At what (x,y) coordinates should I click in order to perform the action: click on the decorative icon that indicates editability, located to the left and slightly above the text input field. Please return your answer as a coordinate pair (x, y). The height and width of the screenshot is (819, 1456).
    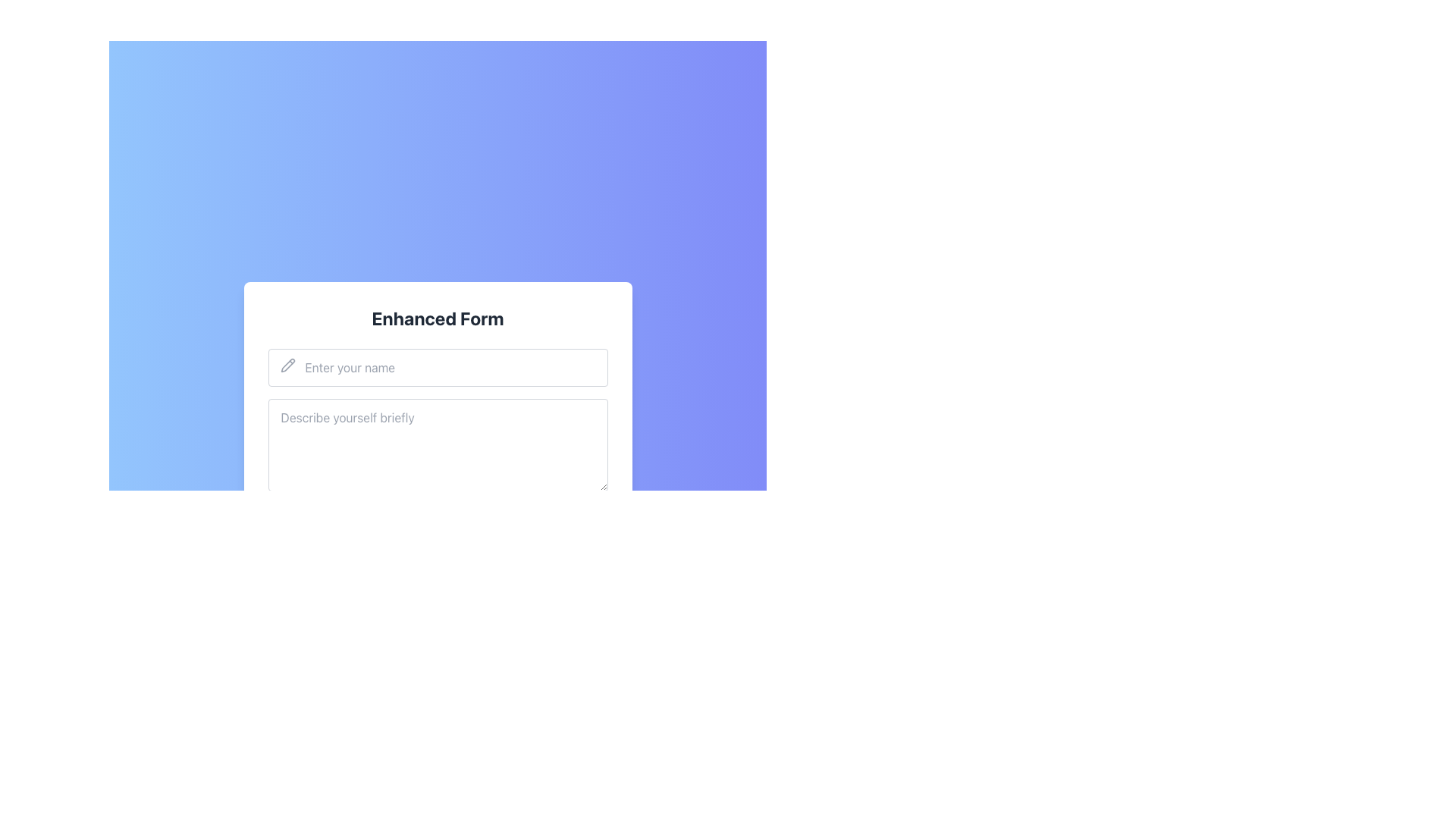
    Looking at the image, I should click on (287, 366).